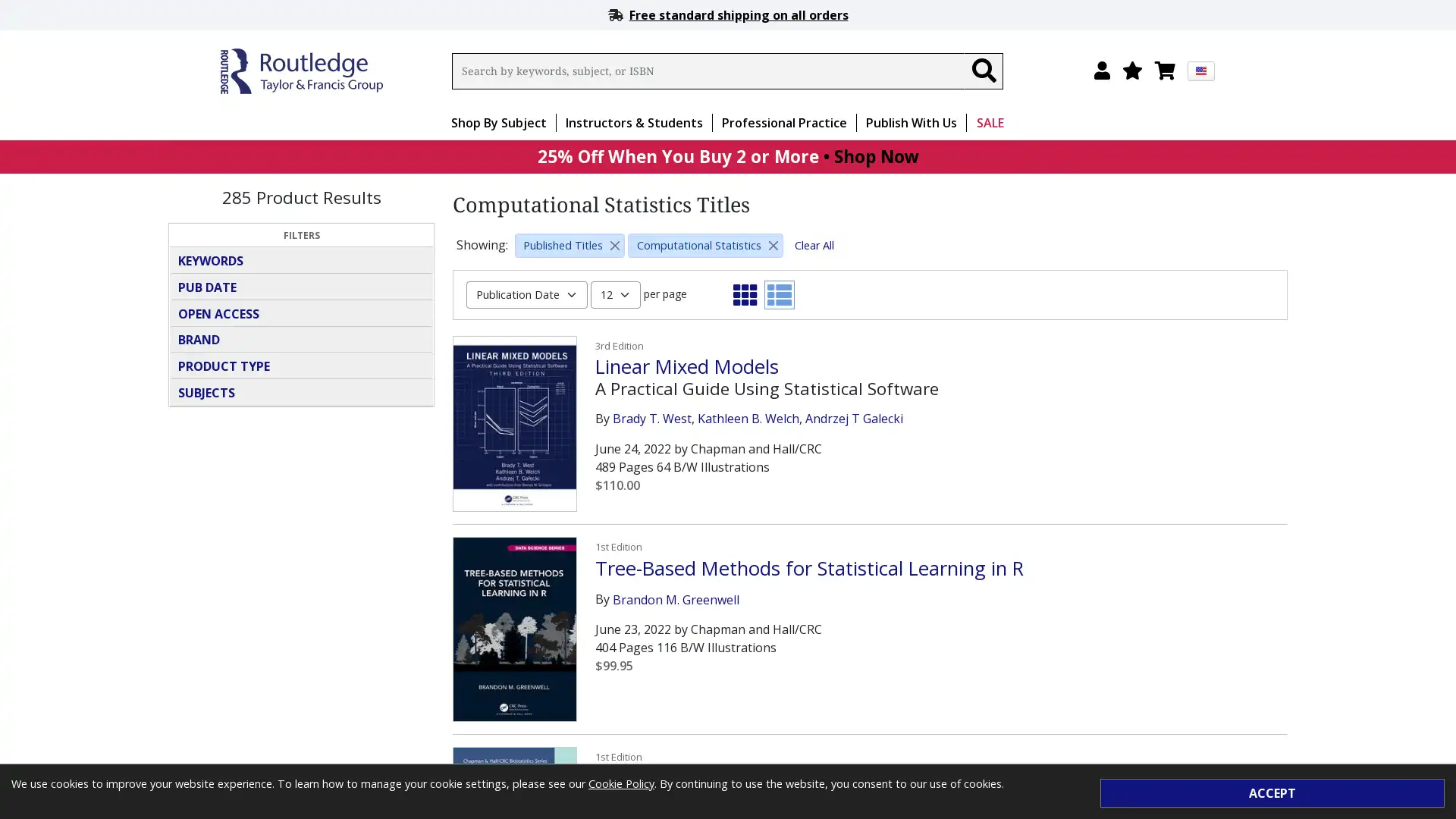 The height and width of the screenshot is (819, 1456). I want to click on PUB DATE, so click(301, 287).